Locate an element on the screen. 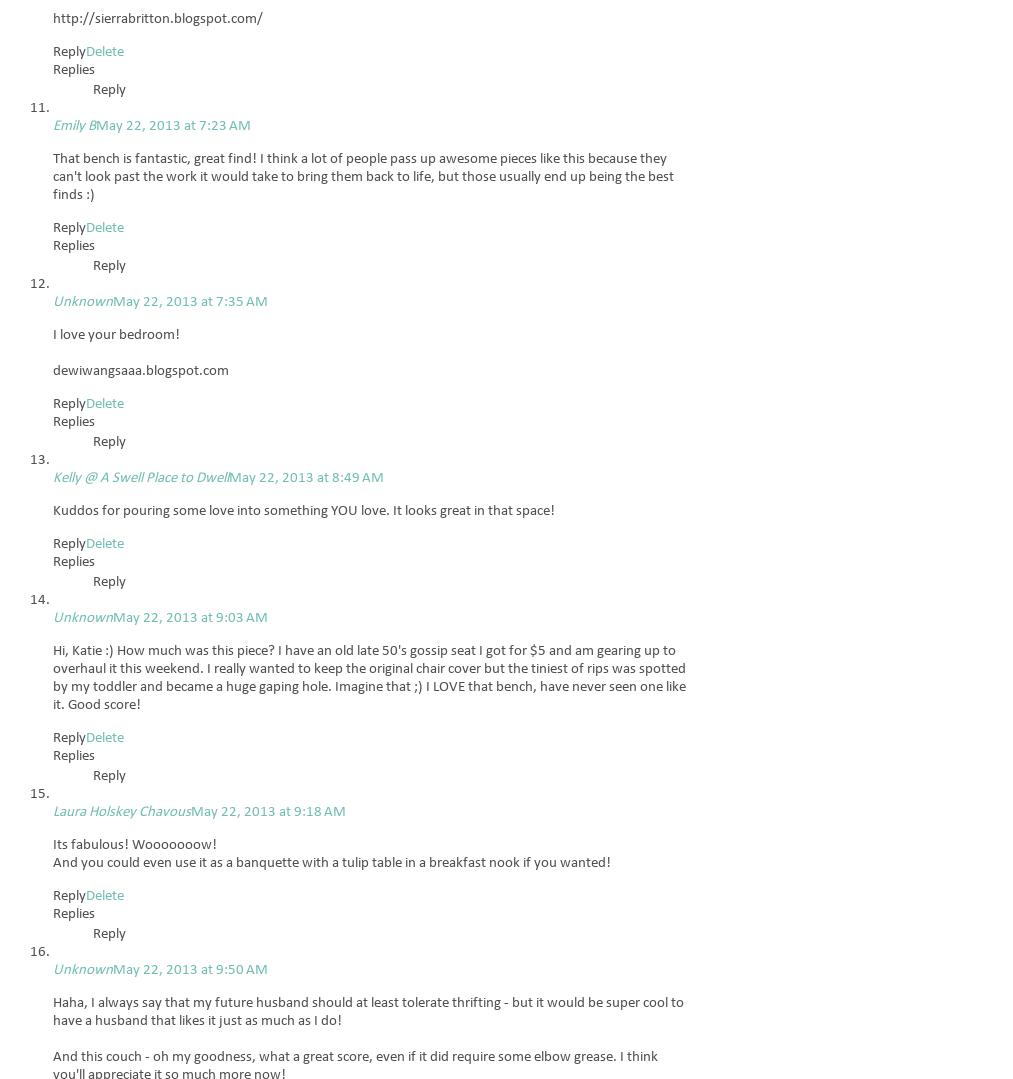 The image size is (1013, 1079). 'I love your bedroom!' is located at coordinates (51, 335).